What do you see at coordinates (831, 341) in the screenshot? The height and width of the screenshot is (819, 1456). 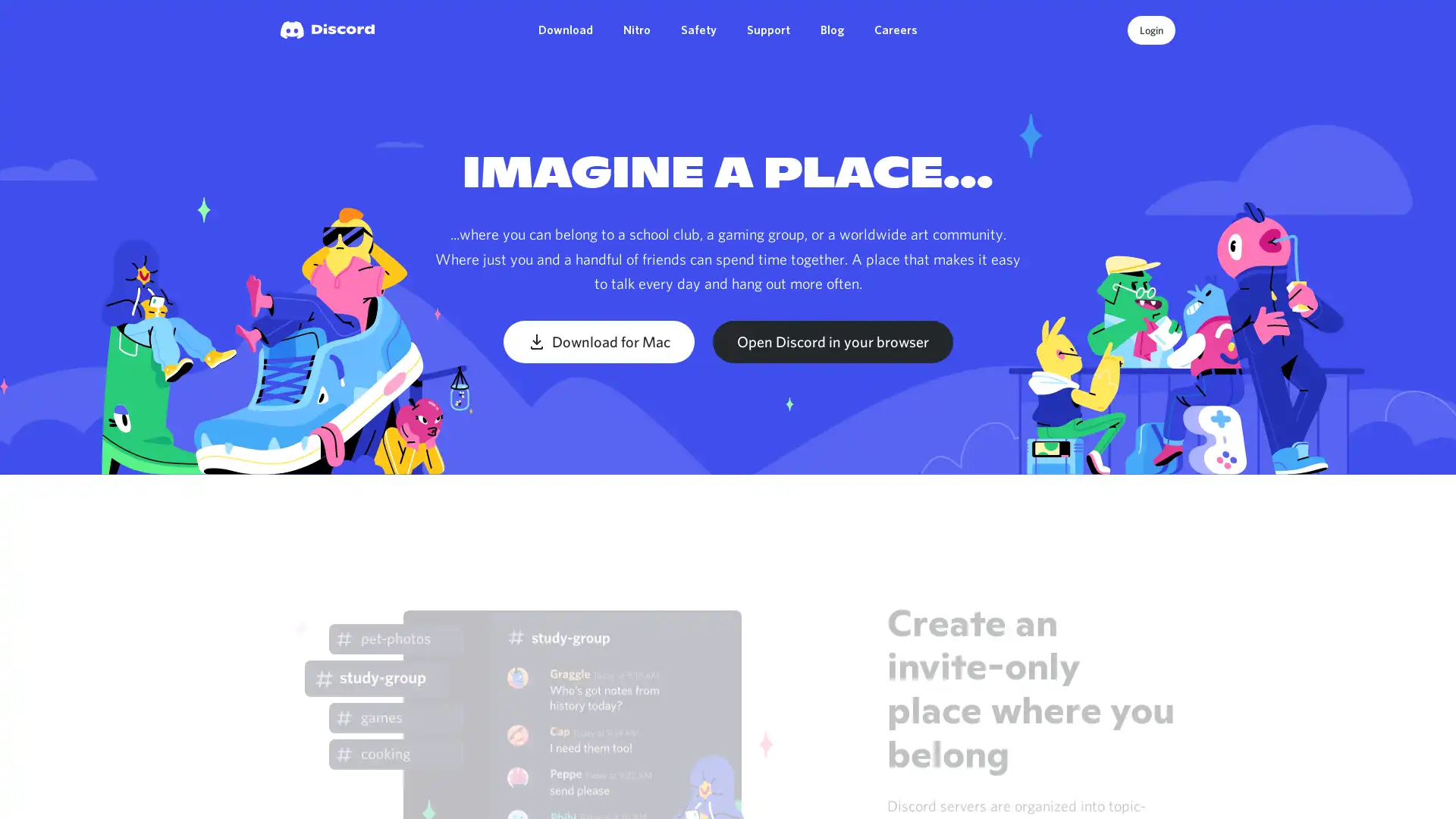 I see `Open Discord in your browser` at bounding box center [831, 341].